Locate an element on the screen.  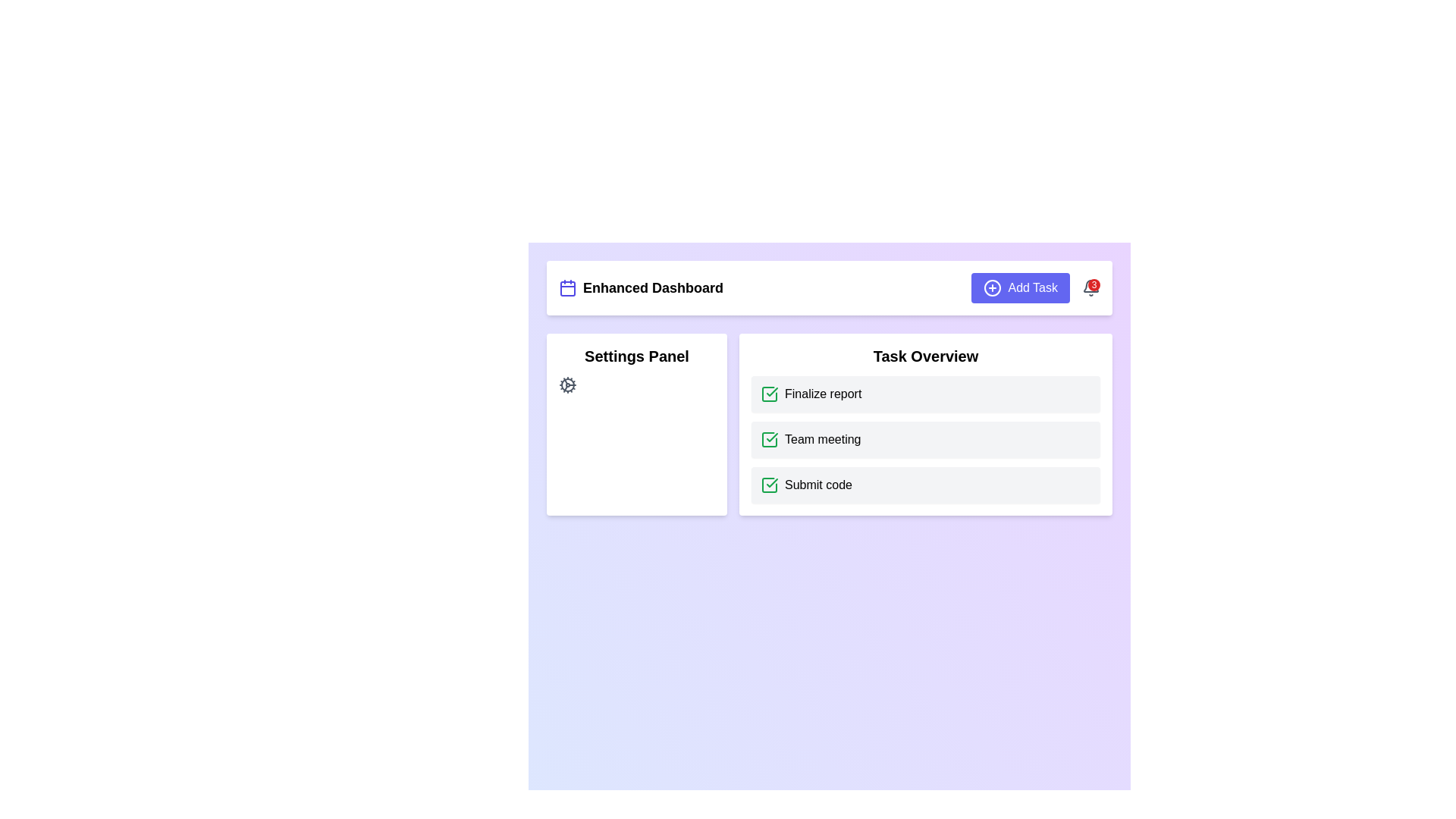
the 'Enhanced Dashboard' label with icon, which serves as the title of the section and is located in the upper central area of the interface is located at coordinates (641, 288).